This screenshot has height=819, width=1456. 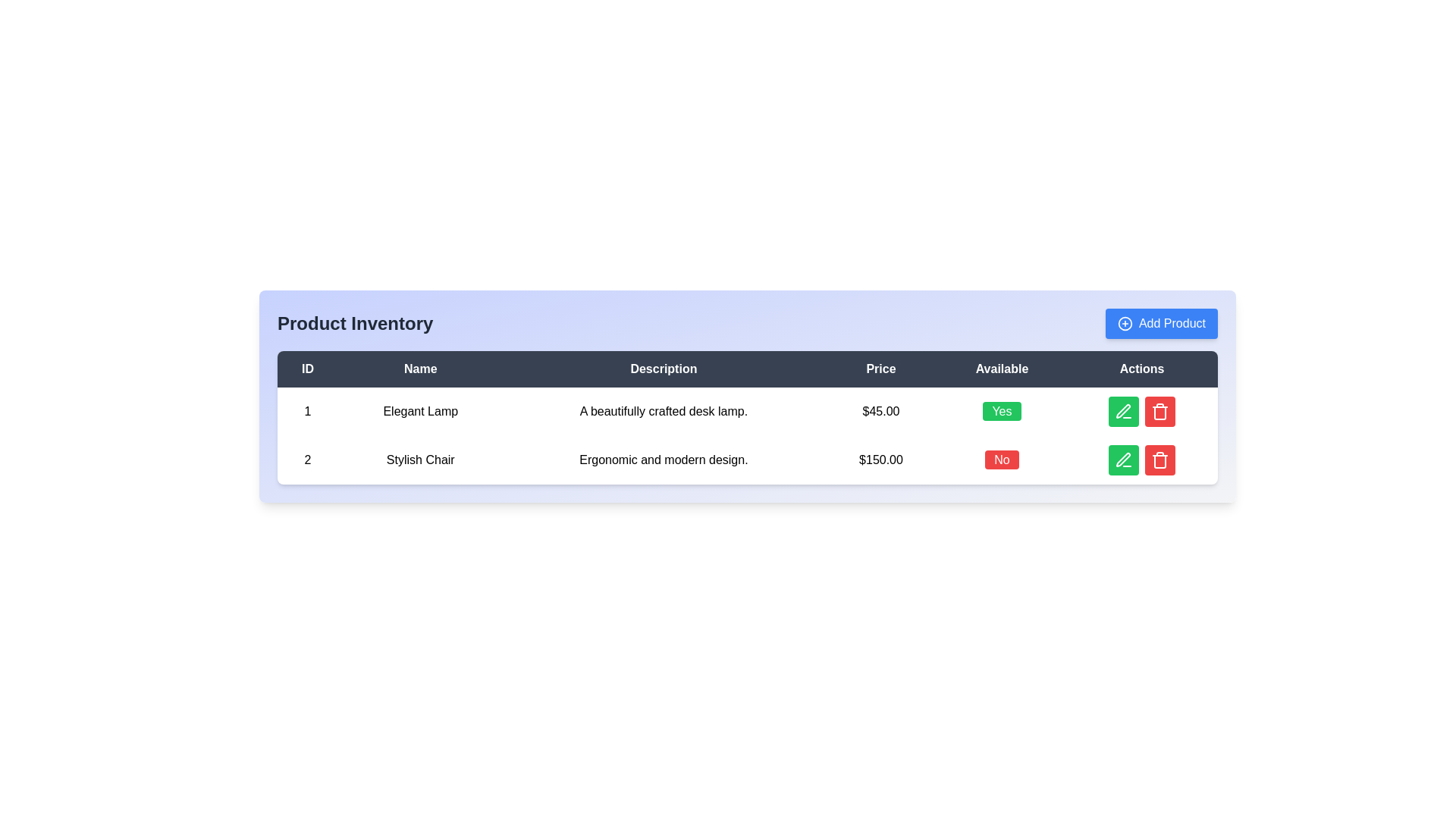 I want to click on status of the 'Yes' button-like label with a green background and white text located in the 'Available' column of the first row in a table, so click(x=1002, y=412).